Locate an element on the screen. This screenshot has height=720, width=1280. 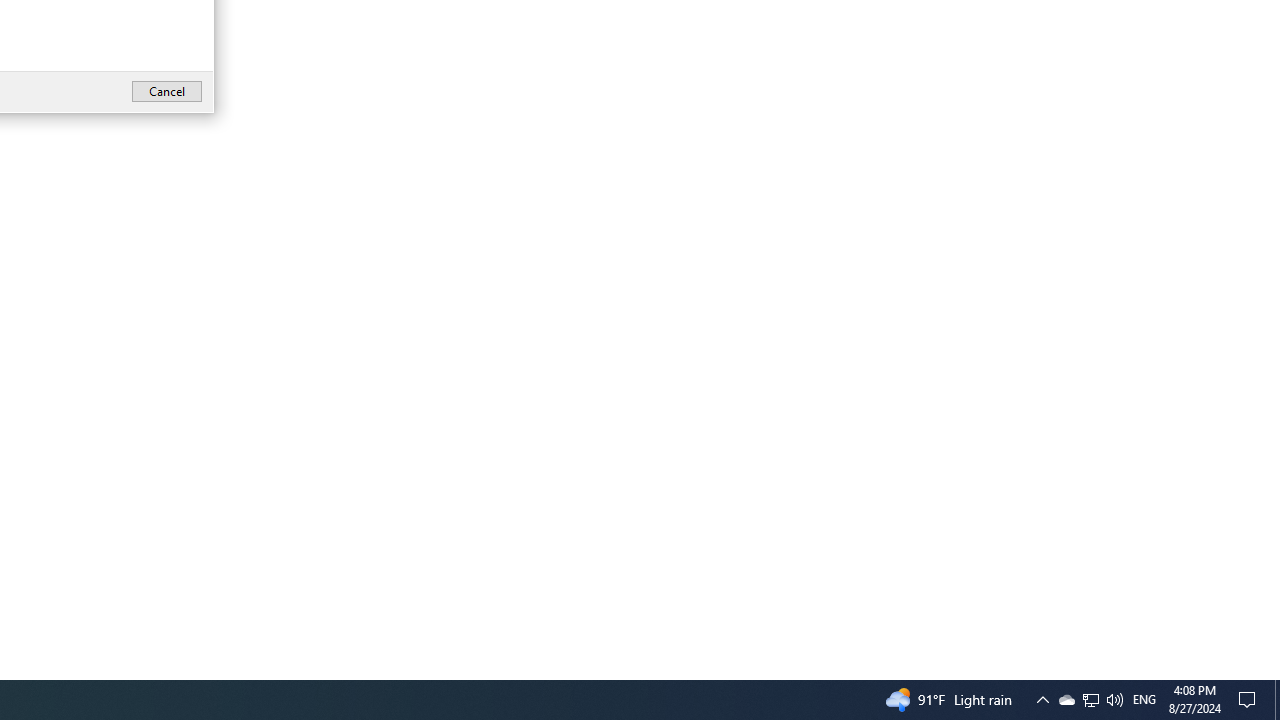
'Q2790: 100%' is located at coordinates (1065, 698).